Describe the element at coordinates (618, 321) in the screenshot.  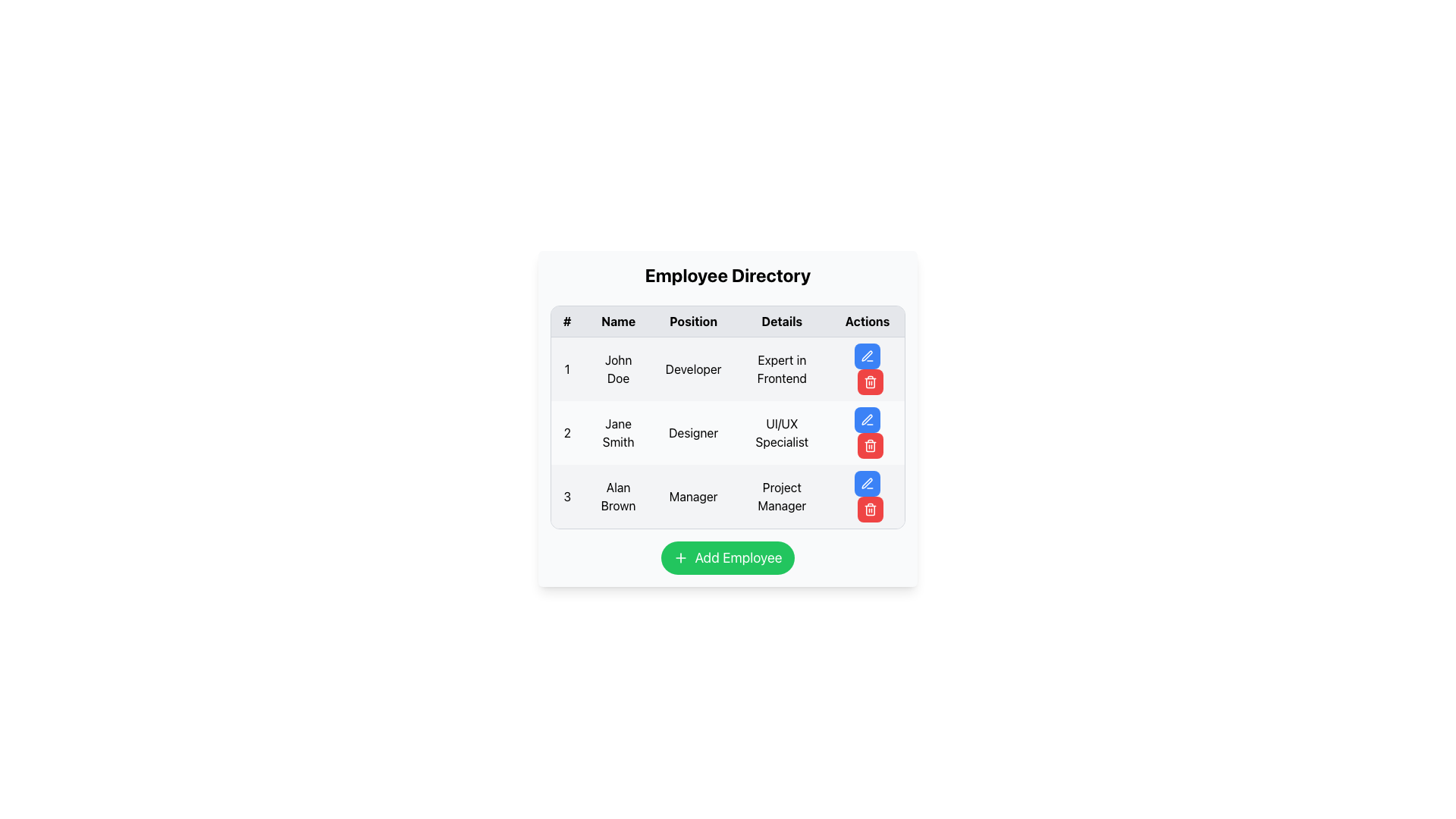
I see `the bold text header labeled 'Name' in the second column of the table's header row, which is styled with a black font and is centered above its respective column` at that location.